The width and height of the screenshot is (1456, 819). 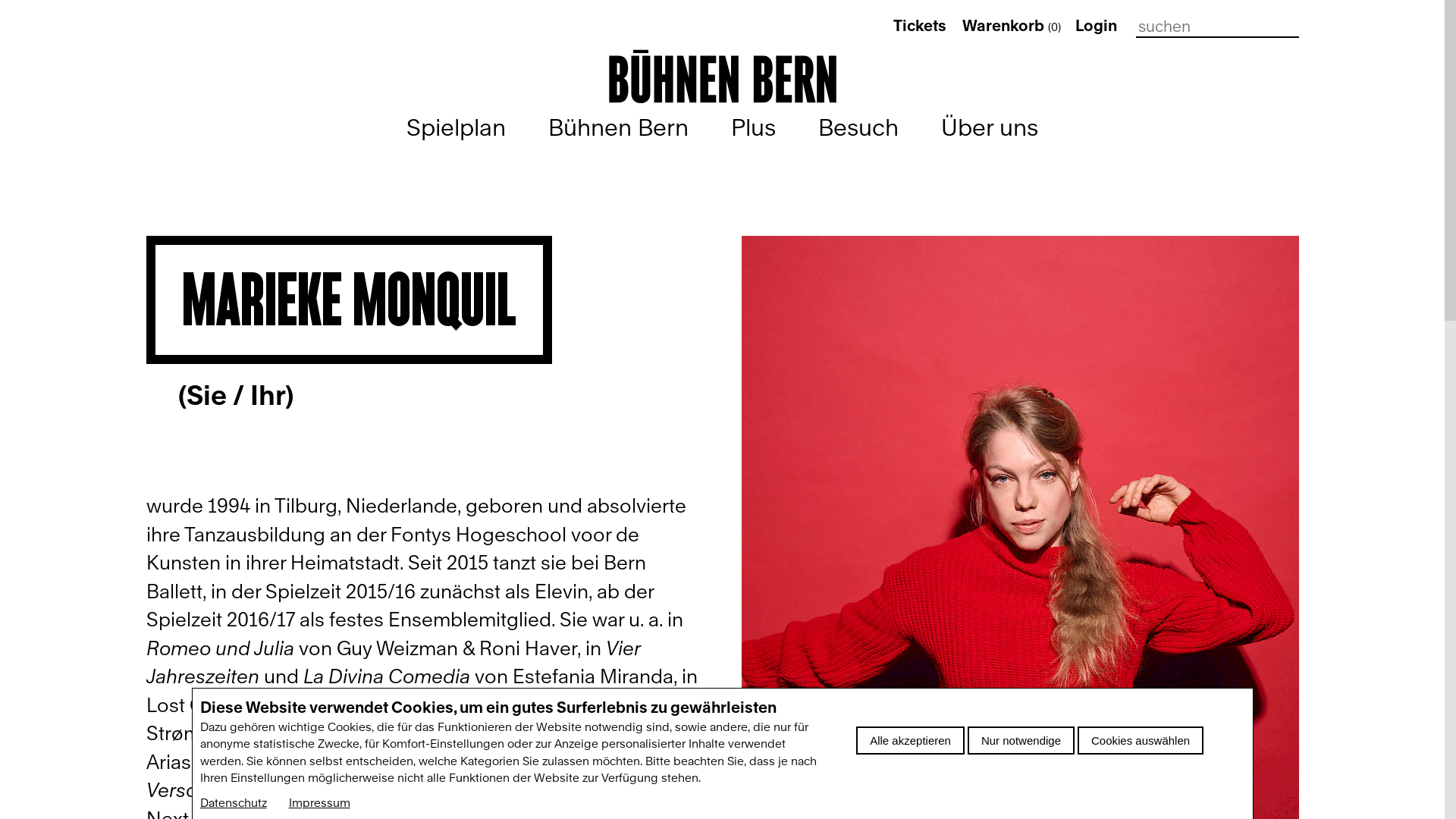 I want to click on 'Spielplan', so click(x=455, y=127).